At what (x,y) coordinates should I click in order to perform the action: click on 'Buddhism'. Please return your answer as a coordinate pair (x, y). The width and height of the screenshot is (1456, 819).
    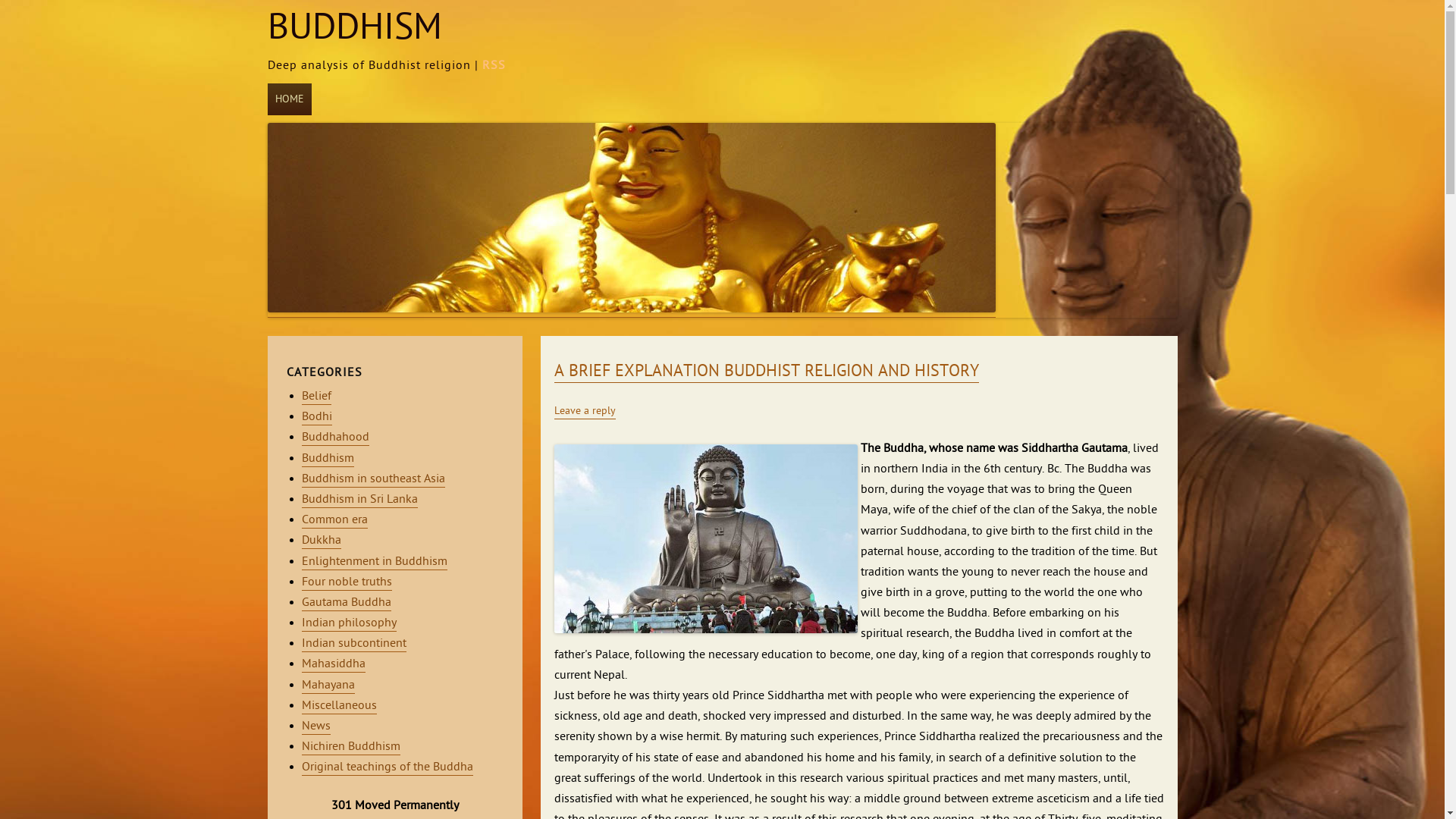
    Looking at the image, I should click on (302, 458).